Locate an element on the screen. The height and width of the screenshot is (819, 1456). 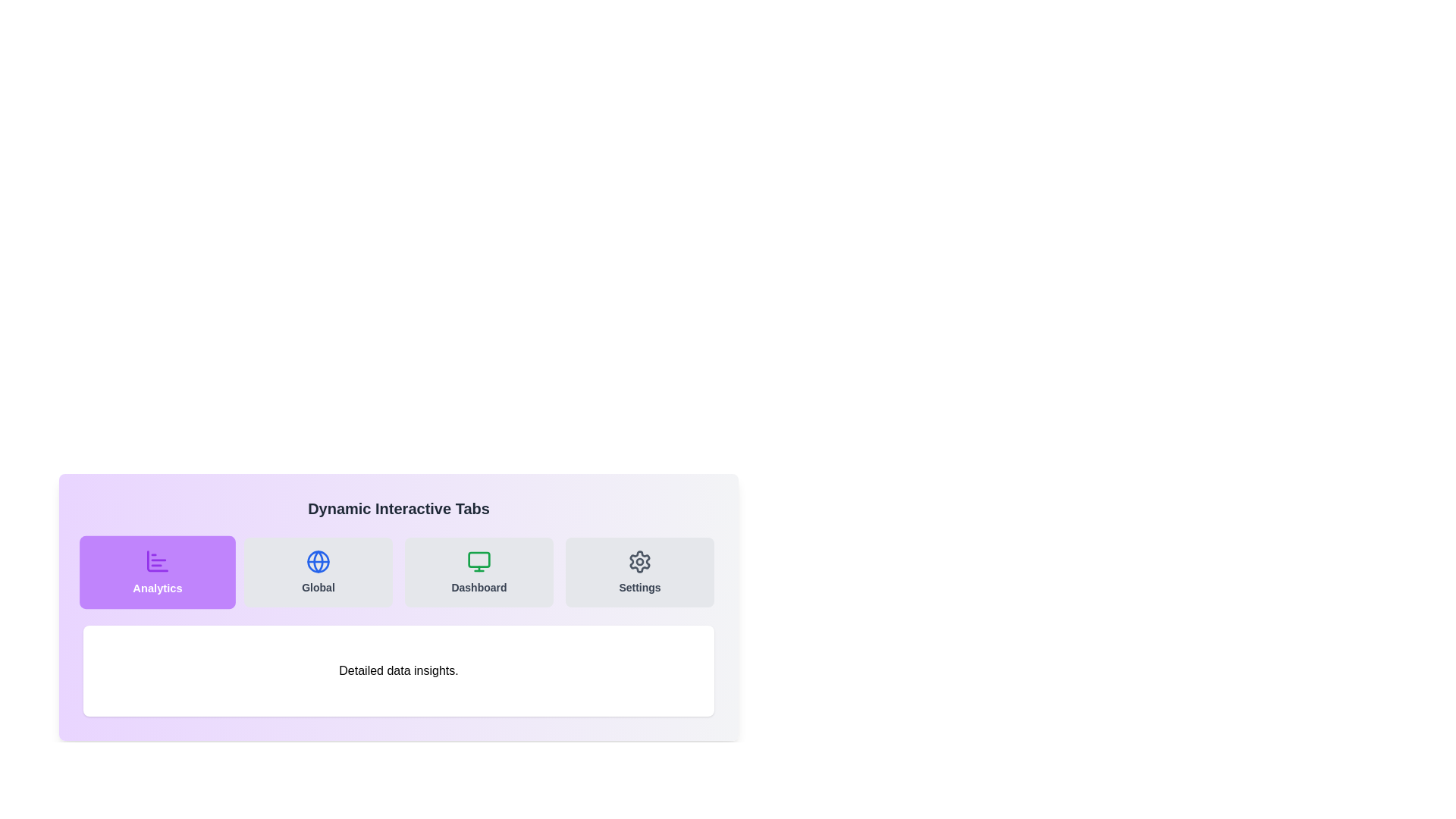
text label 'Analytics' located below the icon on the purple rectangular button is located at coordinates (157, 587).